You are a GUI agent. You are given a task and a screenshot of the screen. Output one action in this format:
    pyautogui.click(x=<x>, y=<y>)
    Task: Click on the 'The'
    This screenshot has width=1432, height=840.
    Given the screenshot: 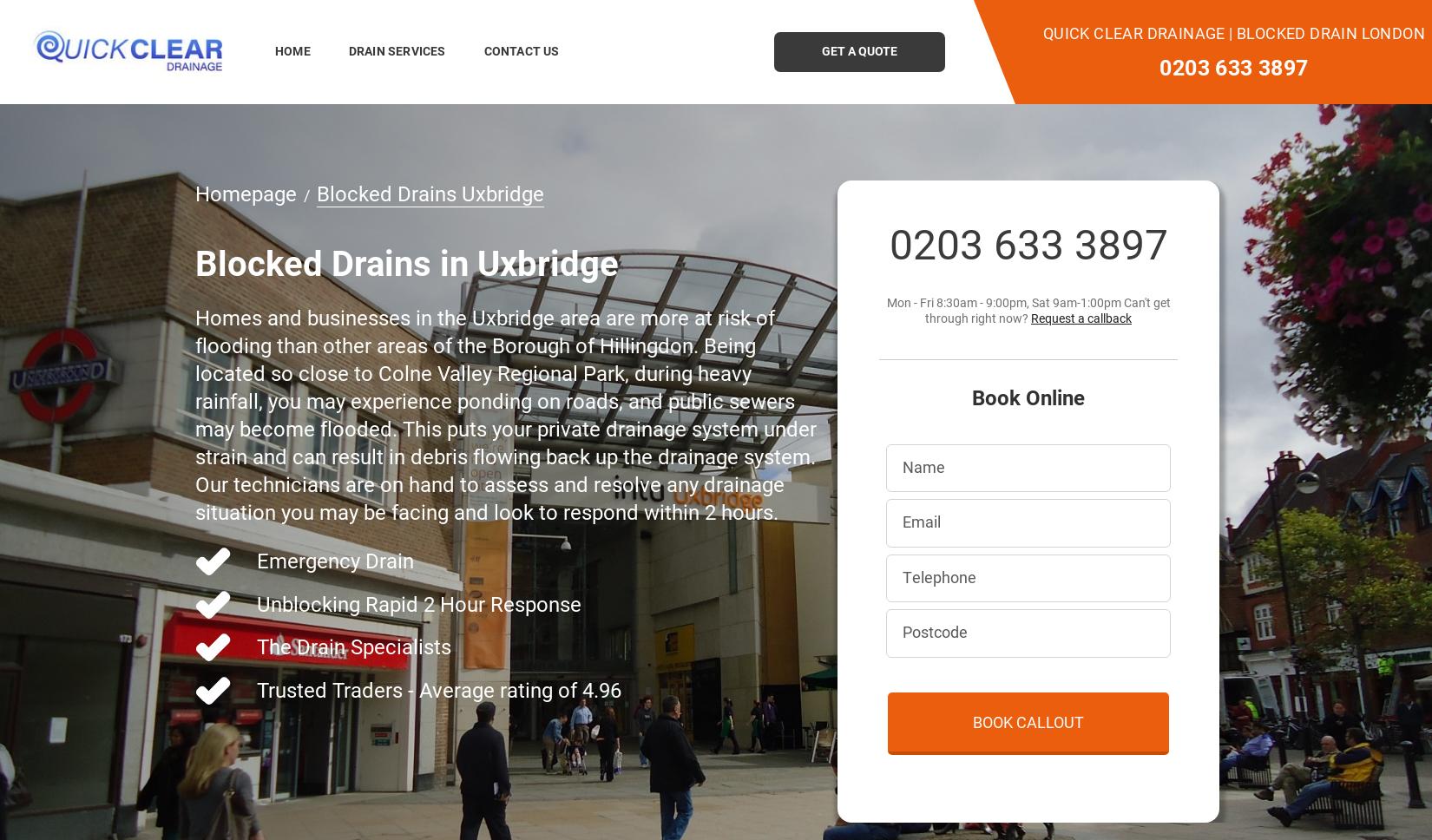 What is the action you would take?
    pyautogui.click(x=276, y=646)
    